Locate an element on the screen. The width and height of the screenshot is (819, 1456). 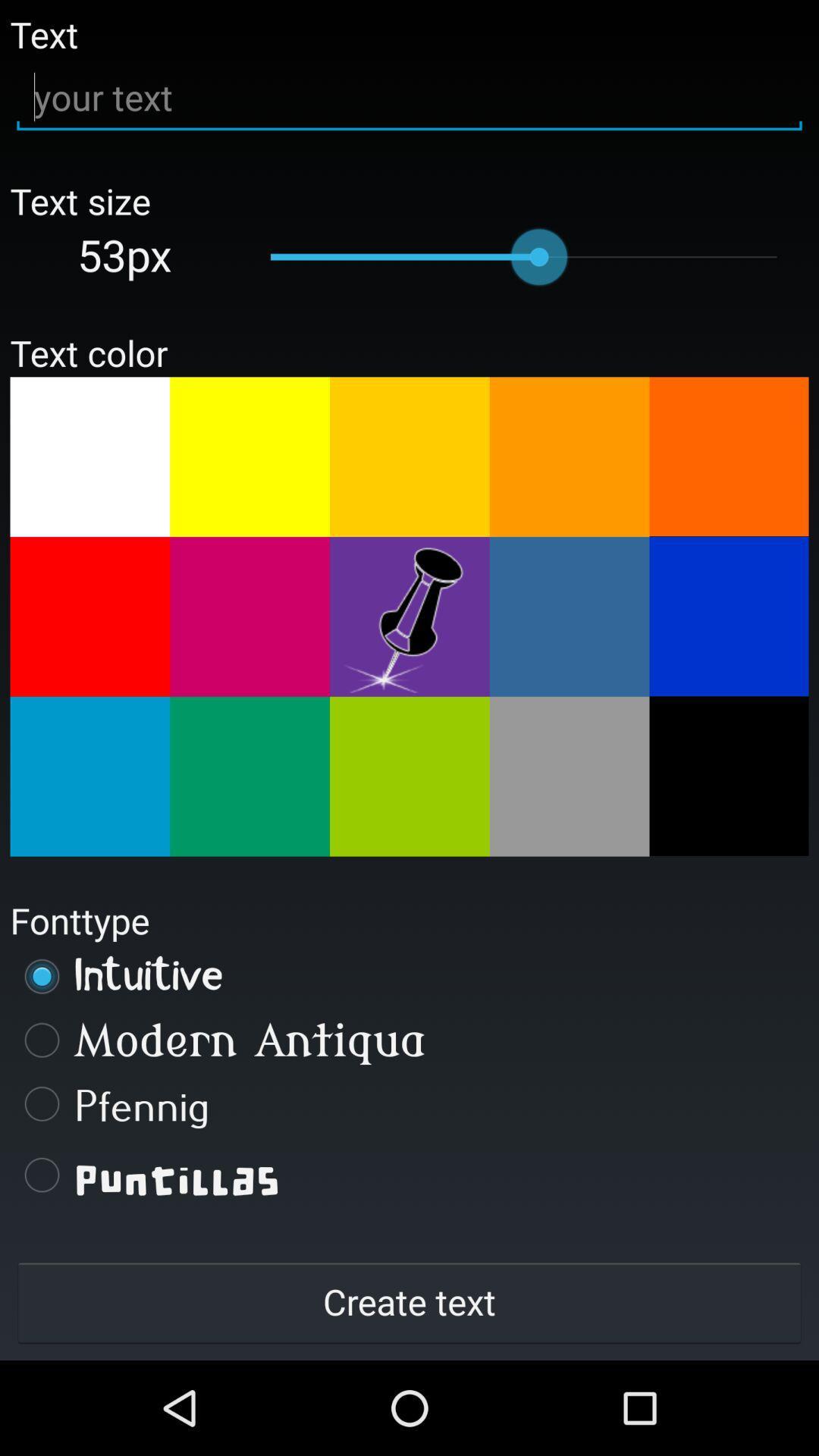
change text color to yellow is located at coordinates (249, 456).